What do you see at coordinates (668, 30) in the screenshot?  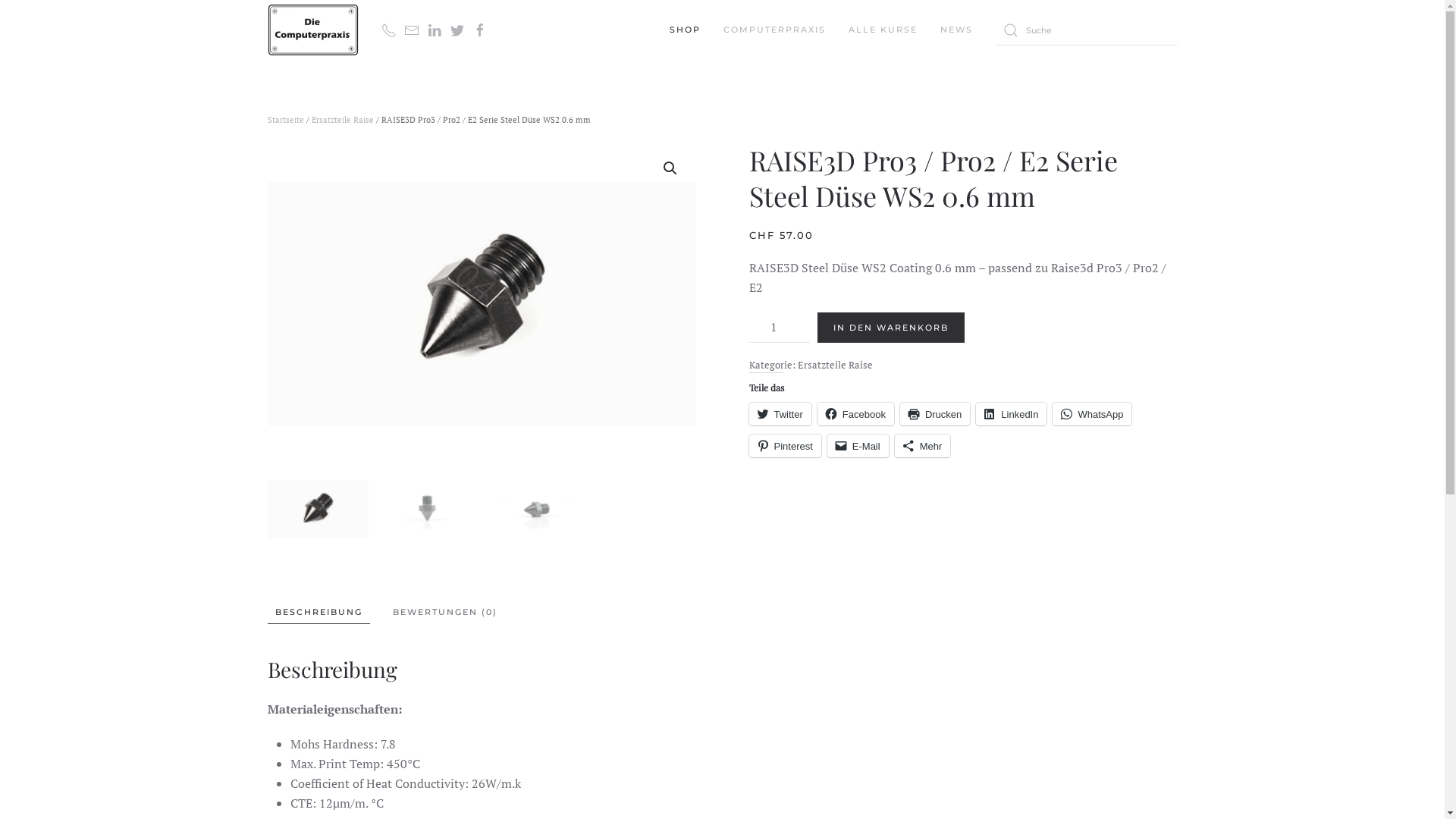 I see `'SHOP'` at bounding box center [668, 30].